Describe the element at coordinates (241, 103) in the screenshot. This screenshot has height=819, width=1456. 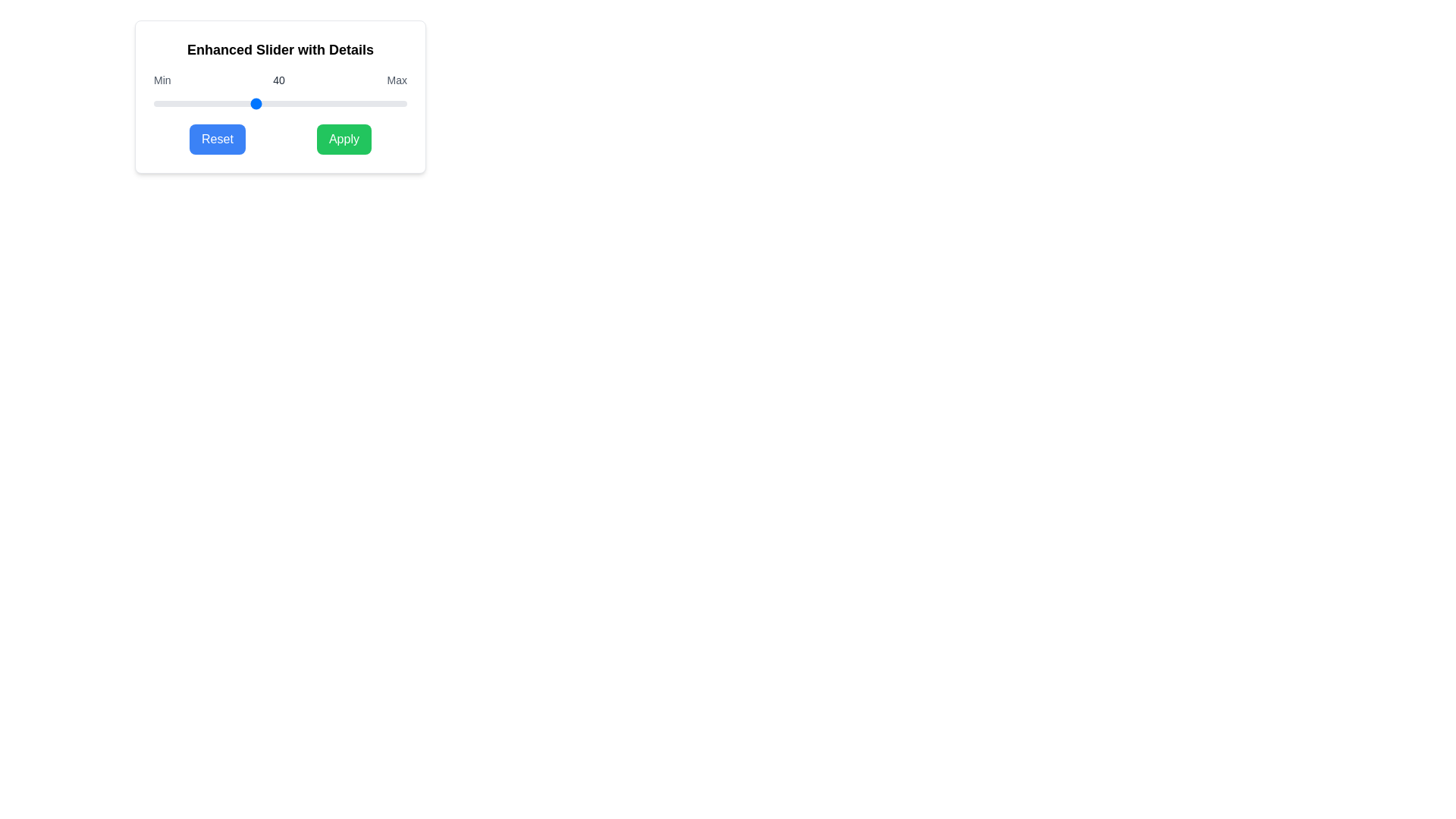
I see `the slider` at that location.